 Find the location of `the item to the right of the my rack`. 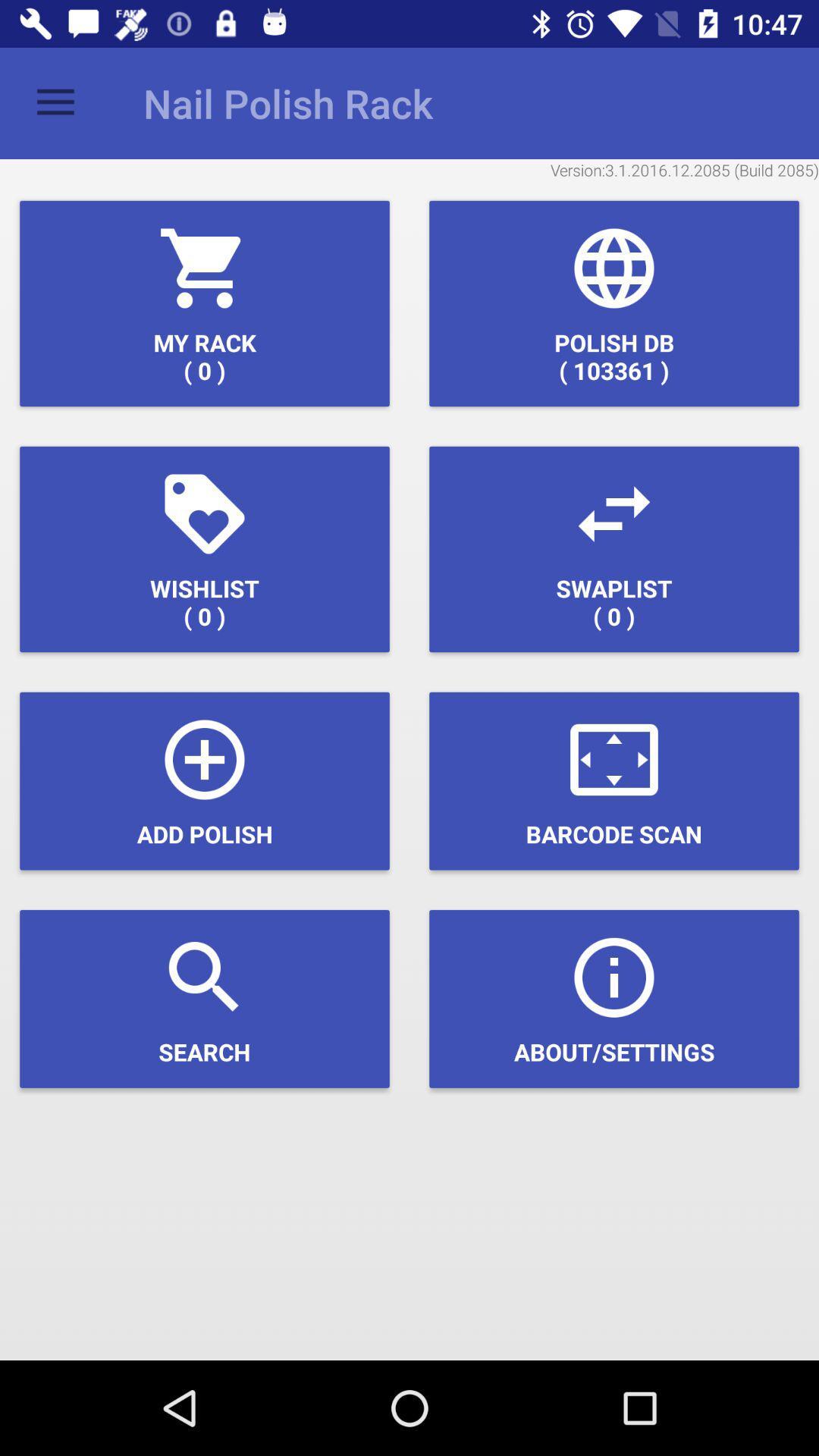

the item to the right of the my rack is located at coordinates (614, 303).